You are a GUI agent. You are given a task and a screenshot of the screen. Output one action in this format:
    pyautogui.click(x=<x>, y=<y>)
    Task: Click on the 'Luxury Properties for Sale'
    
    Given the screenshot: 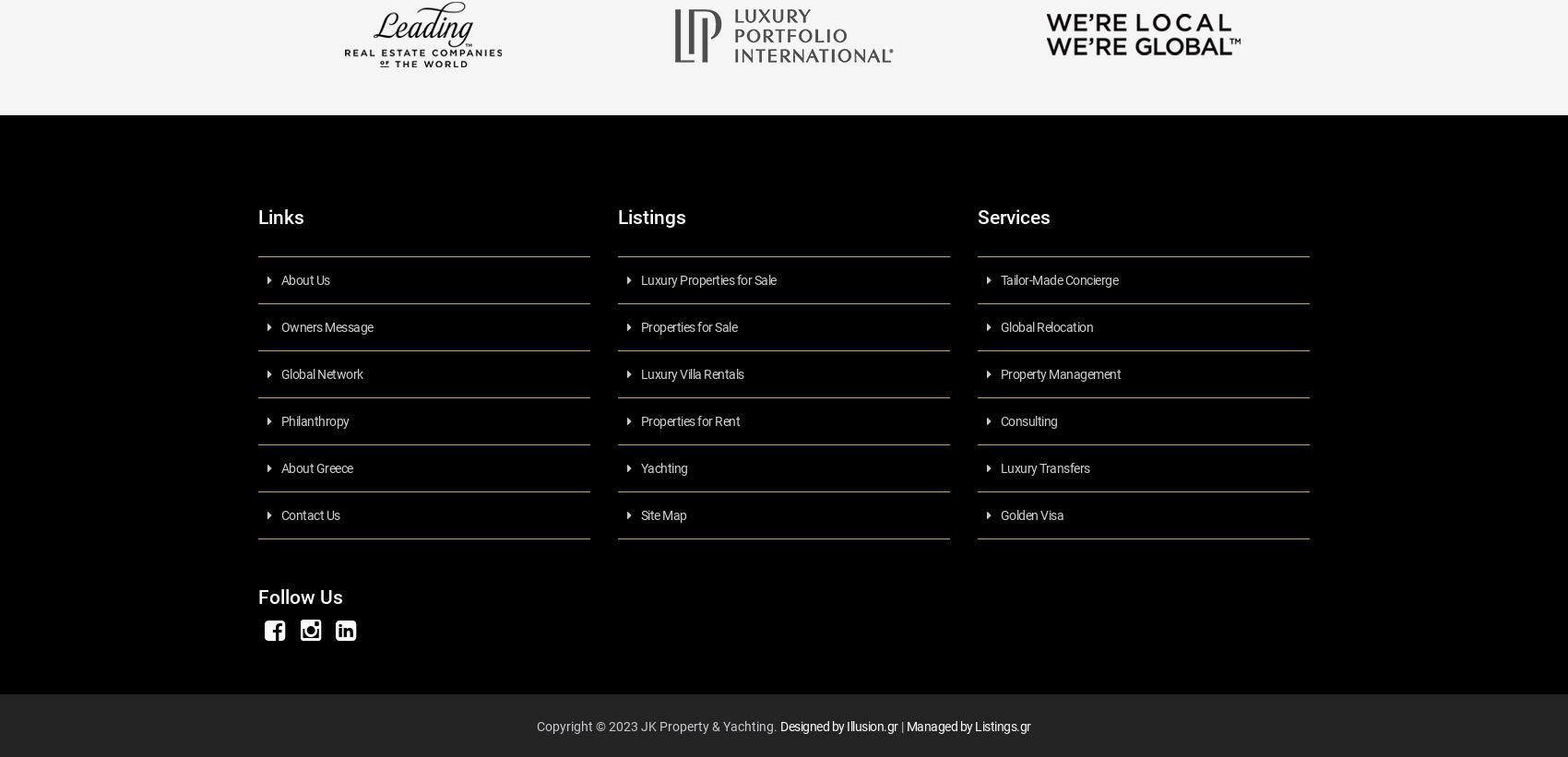 What is the action you would take?
    pyautogui.click(x=707, y=278)
    